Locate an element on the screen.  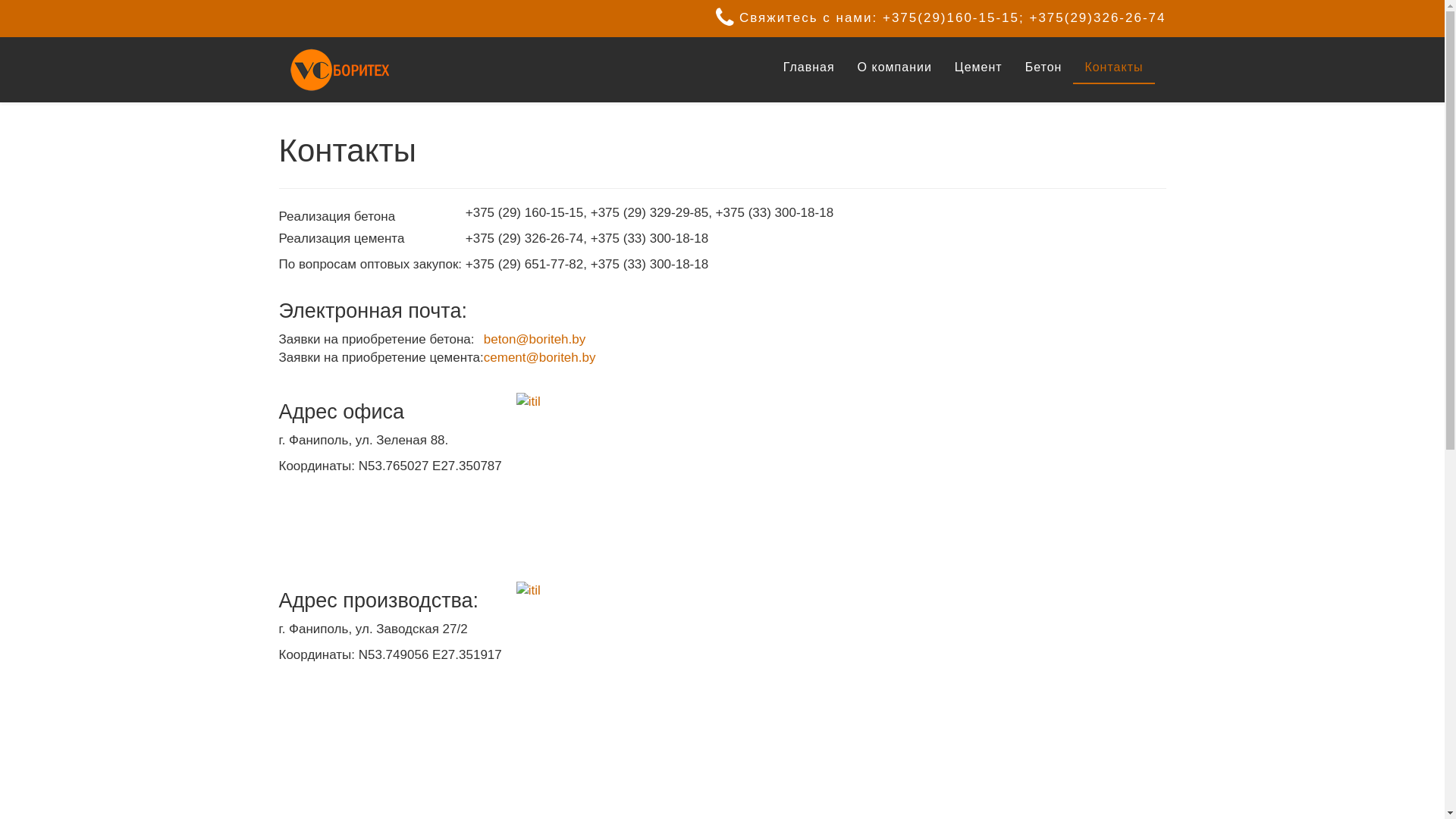
'cement@boriteh.by' is located at coordinates (539, 357).